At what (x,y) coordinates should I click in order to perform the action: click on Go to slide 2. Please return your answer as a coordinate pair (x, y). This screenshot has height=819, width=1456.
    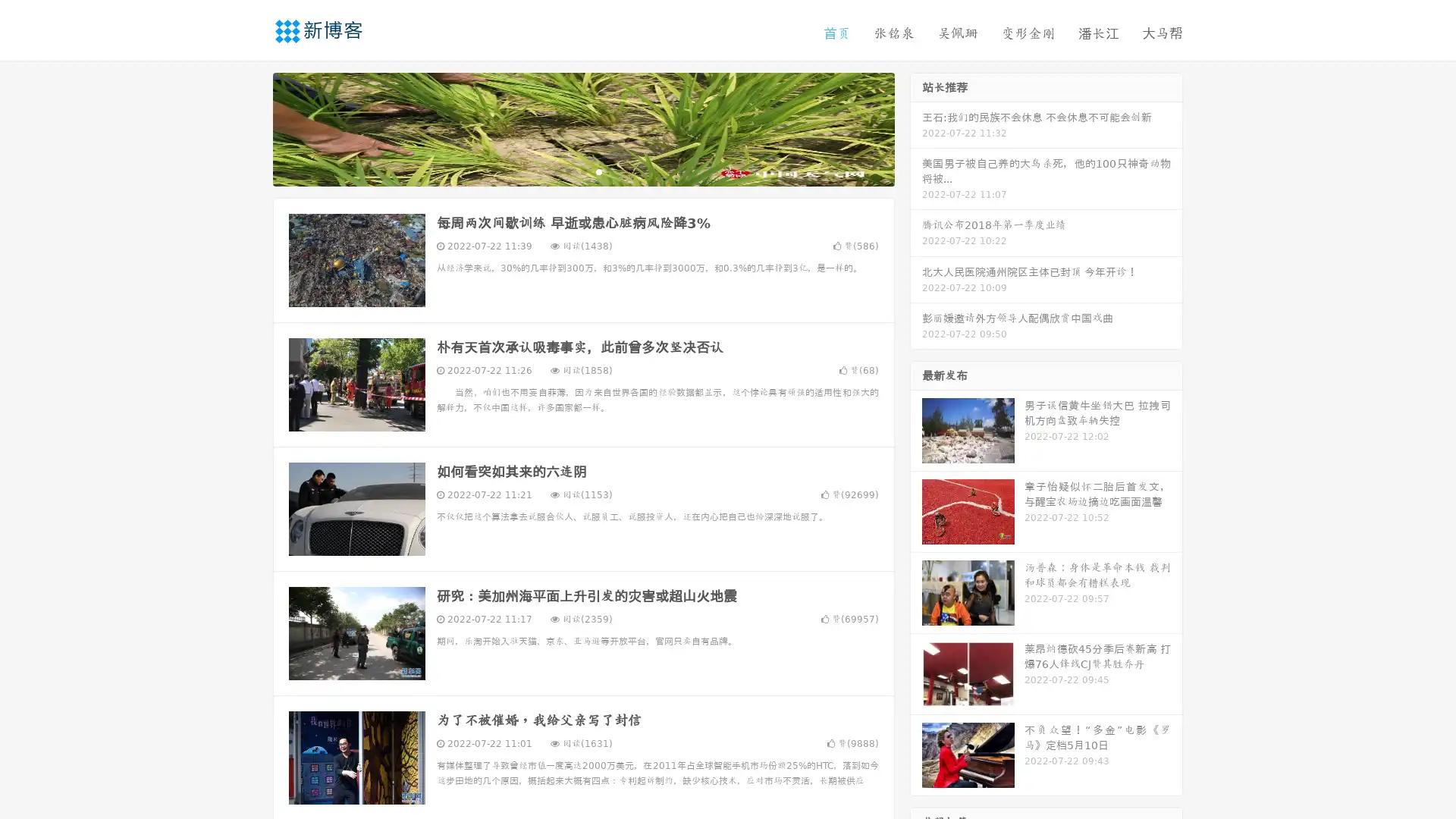
    Looking at the image, I should click on (582, 171).